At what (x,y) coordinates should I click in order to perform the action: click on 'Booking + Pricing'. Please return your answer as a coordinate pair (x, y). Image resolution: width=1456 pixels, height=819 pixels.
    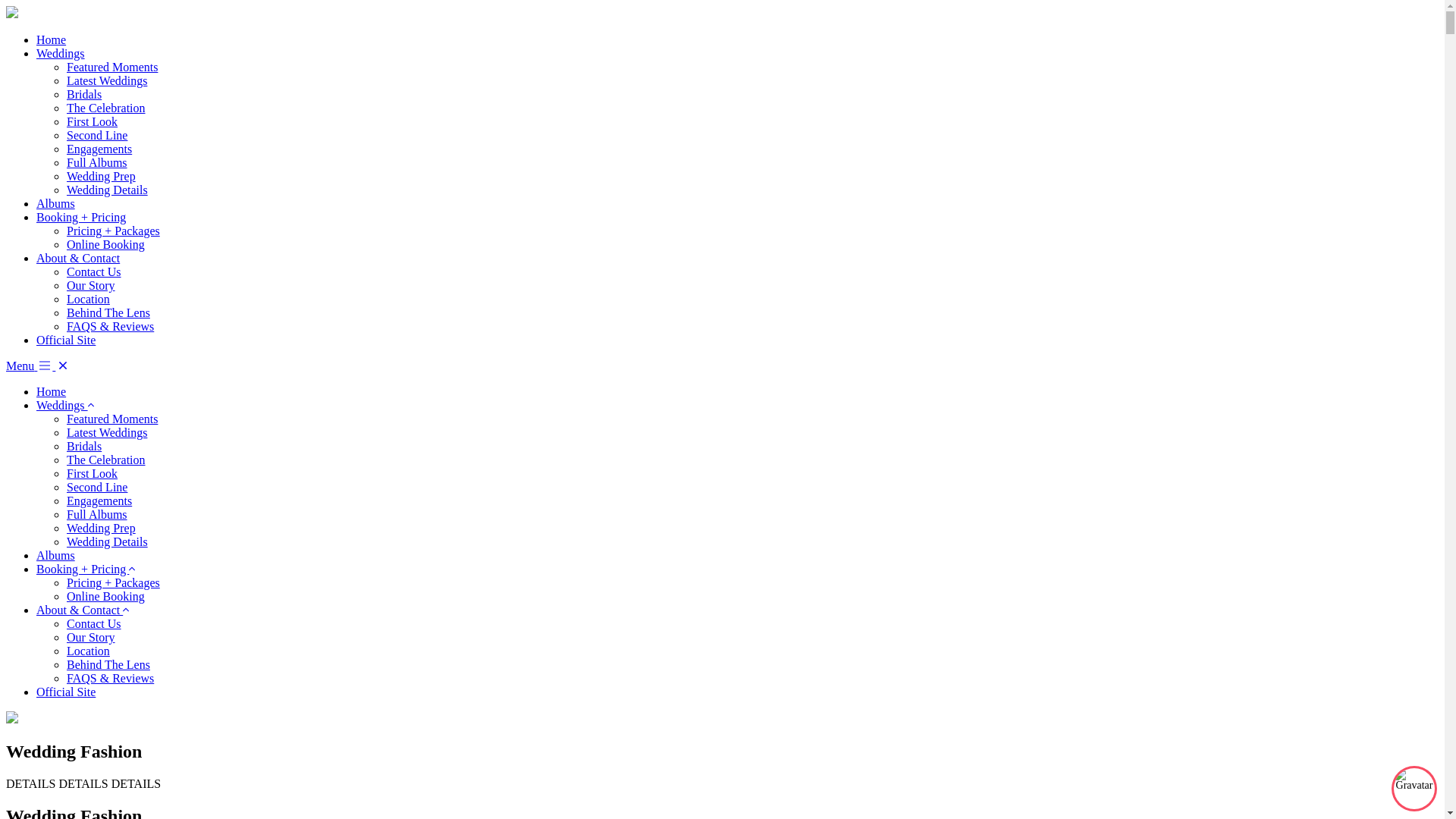
    Looking at the image, I should click on (80, 217).